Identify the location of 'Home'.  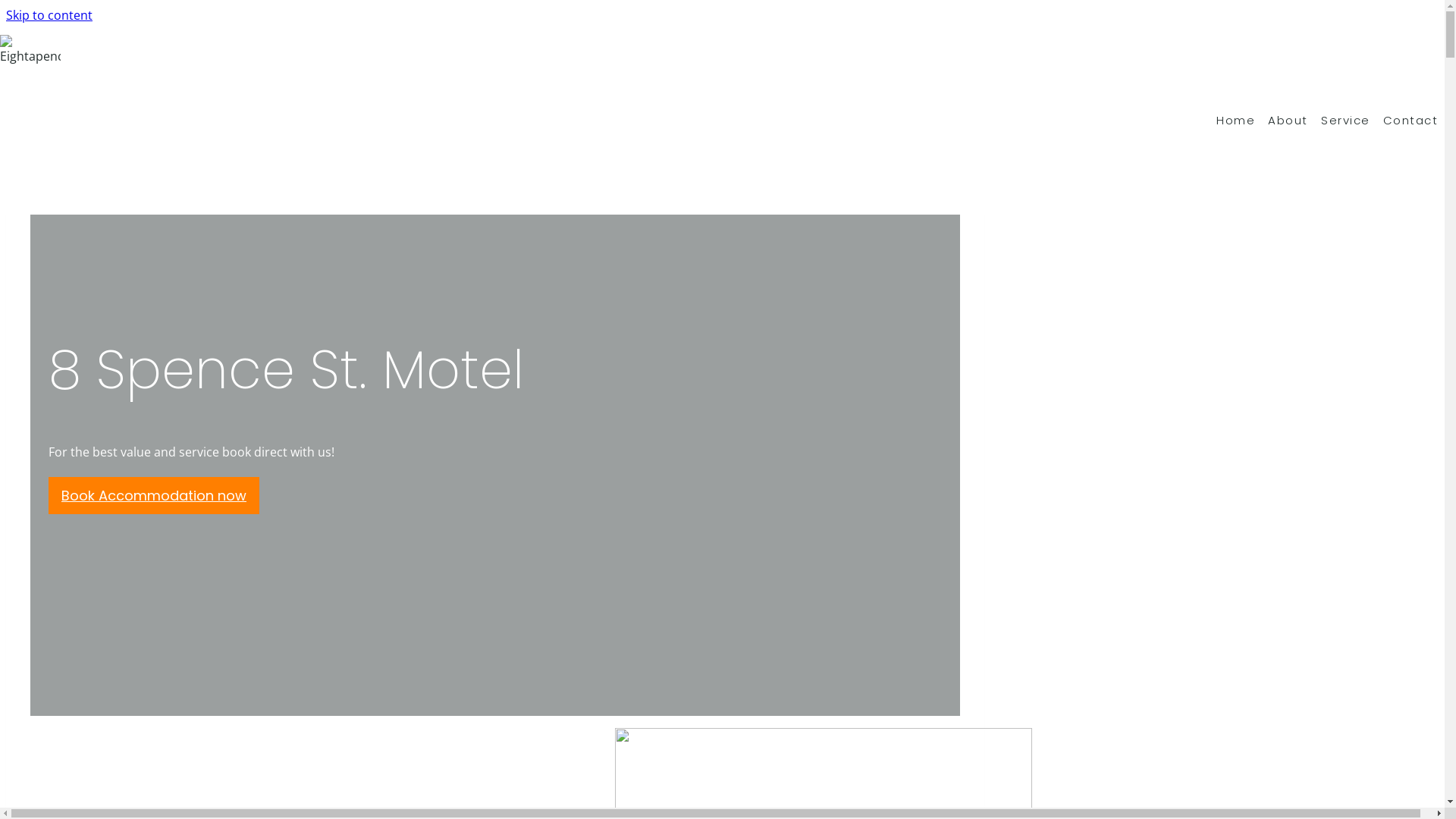
(1242, 119).